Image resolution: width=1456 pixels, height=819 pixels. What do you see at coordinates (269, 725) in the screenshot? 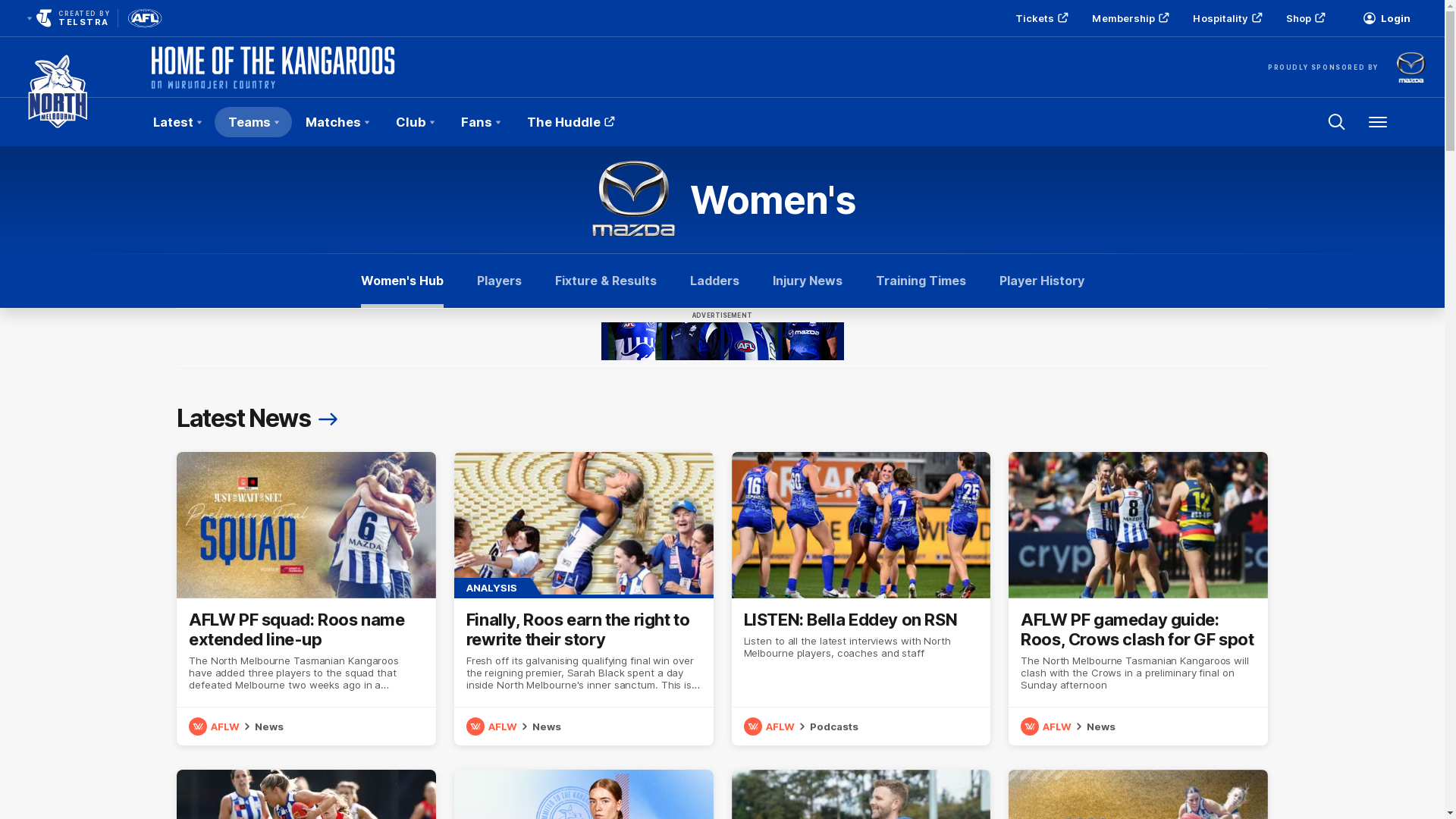
I see `'News'` at bounding box center [269, 725].